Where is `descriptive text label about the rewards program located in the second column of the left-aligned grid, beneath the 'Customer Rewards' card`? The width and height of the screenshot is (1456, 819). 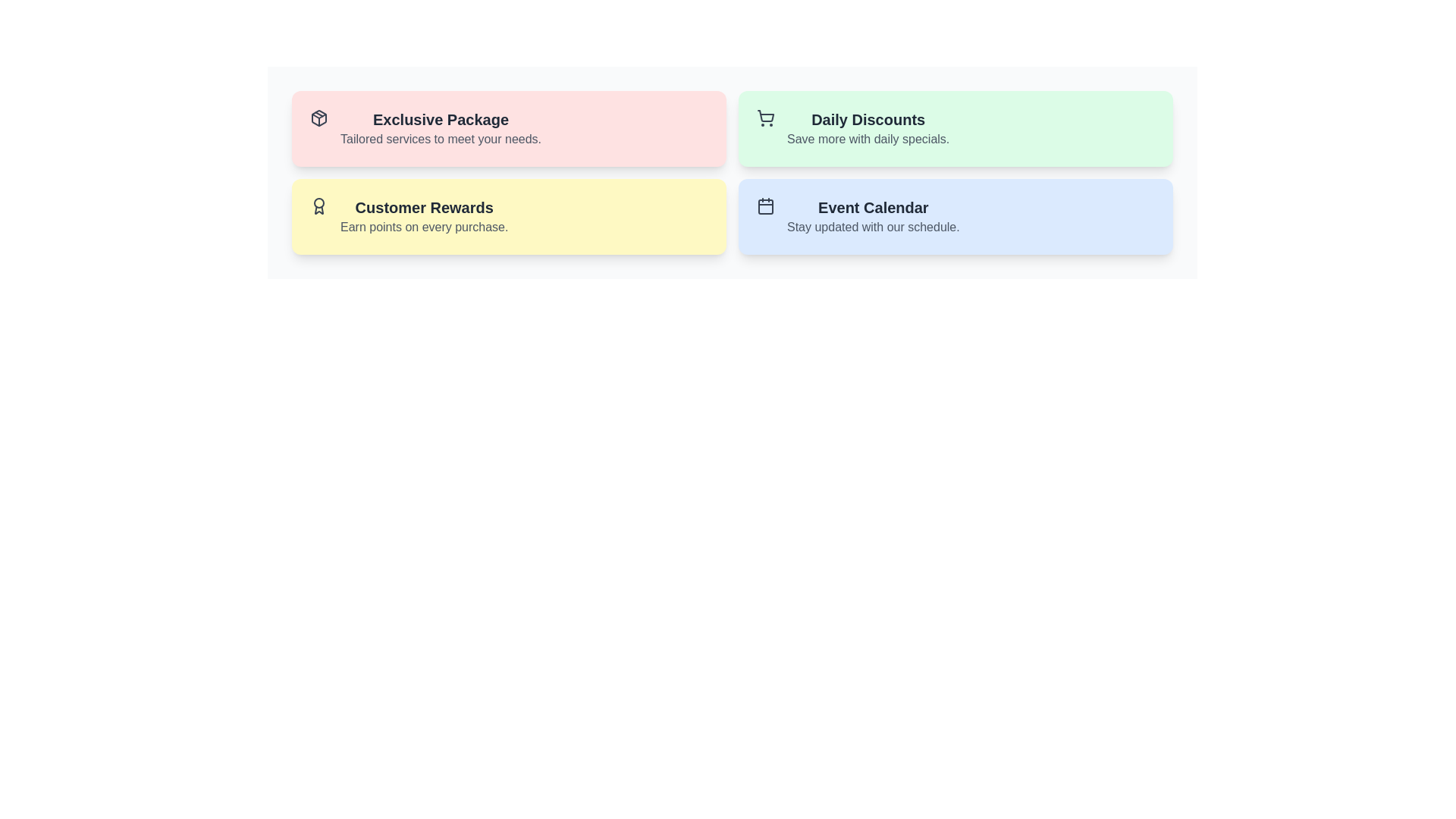 descriptive text label about the rewards program located in the second column of the left-aligned grid, beneath the 'Customer Rewards' card is located at coordinates (424, 227).